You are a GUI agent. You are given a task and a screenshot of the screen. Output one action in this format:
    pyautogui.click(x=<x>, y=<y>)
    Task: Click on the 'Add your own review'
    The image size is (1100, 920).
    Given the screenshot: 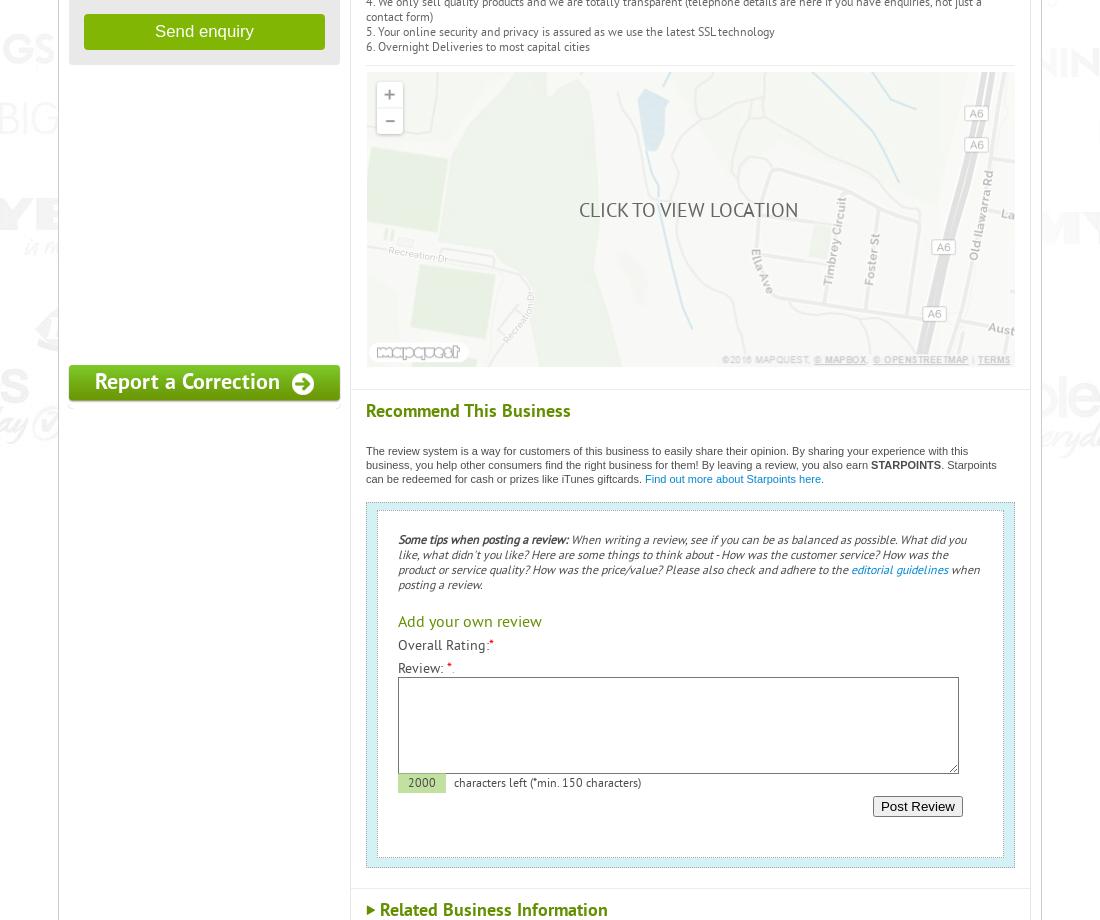 What is the action you would take?
    pyautogui.click(x=469, y=621)
    